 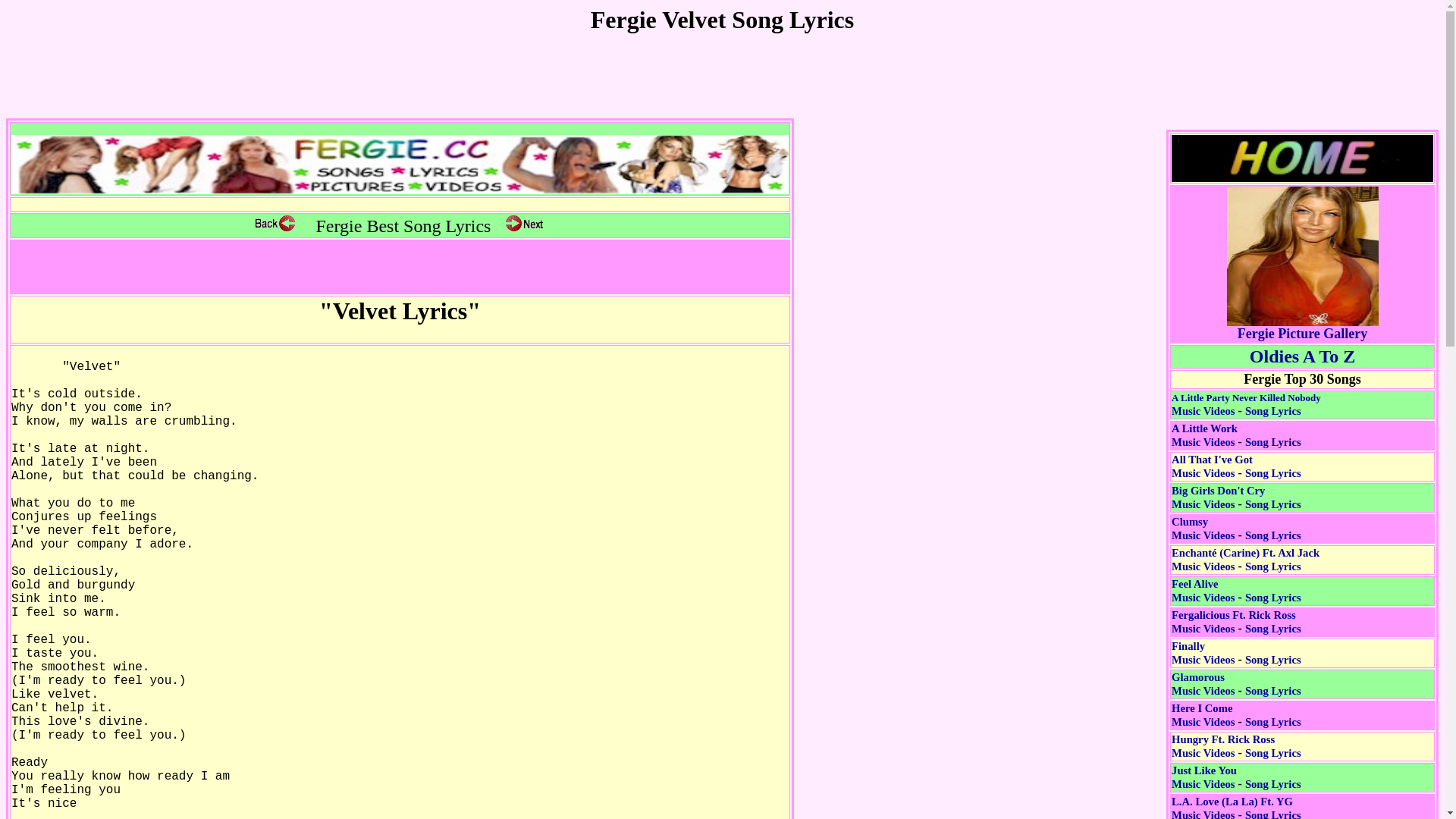 What do you see at coordinates (1273, 441) in the screenshot?
I see `'Song Lyrics'` at bounding box center [1273, 441].